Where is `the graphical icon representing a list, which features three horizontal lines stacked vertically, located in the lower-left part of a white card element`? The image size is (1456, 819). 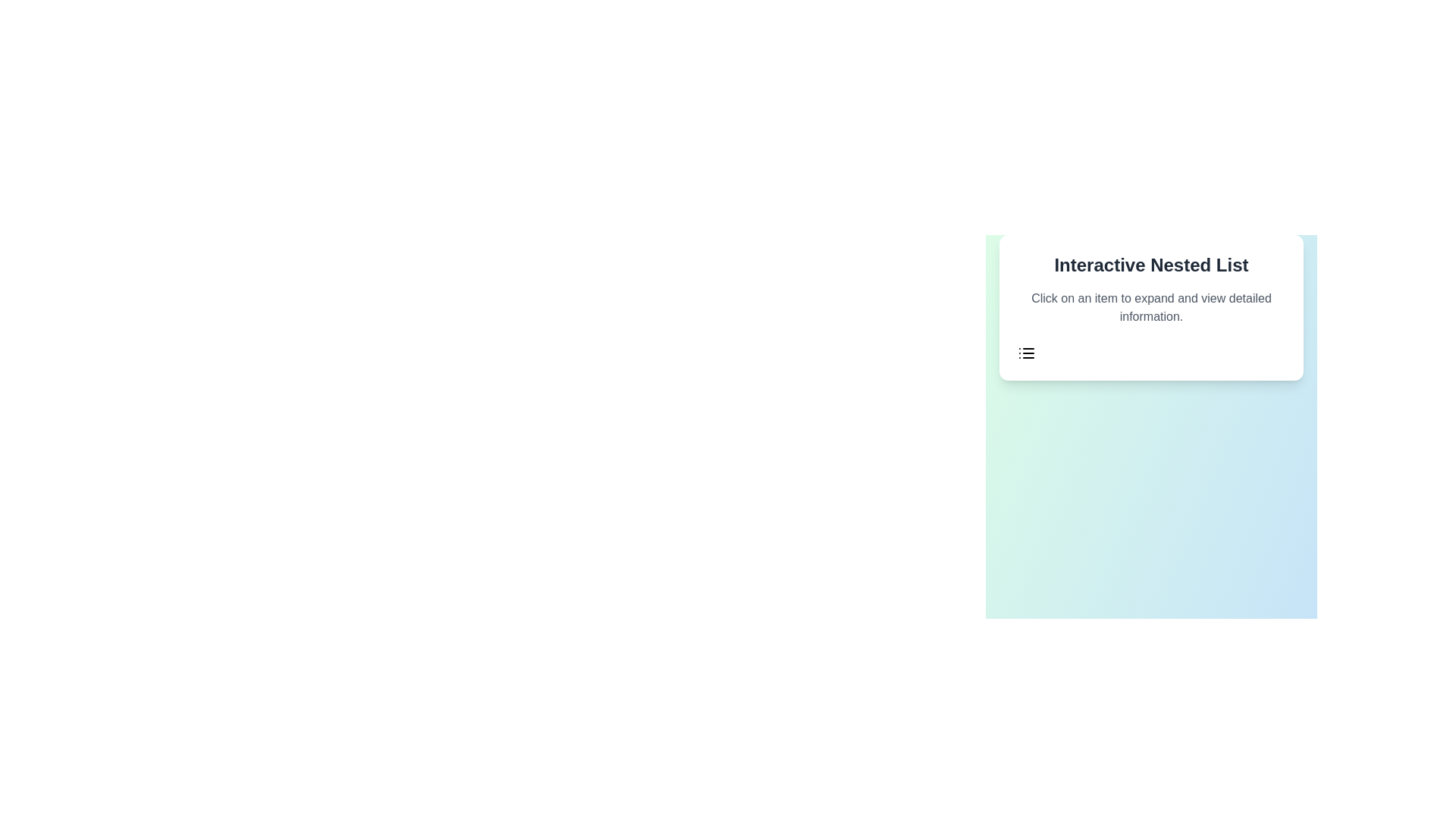
the graphical icon representing a list, which features three horizontal lines stacked vertically, located in the lower-left part of a white card element is located at coordinates (1026, 353).